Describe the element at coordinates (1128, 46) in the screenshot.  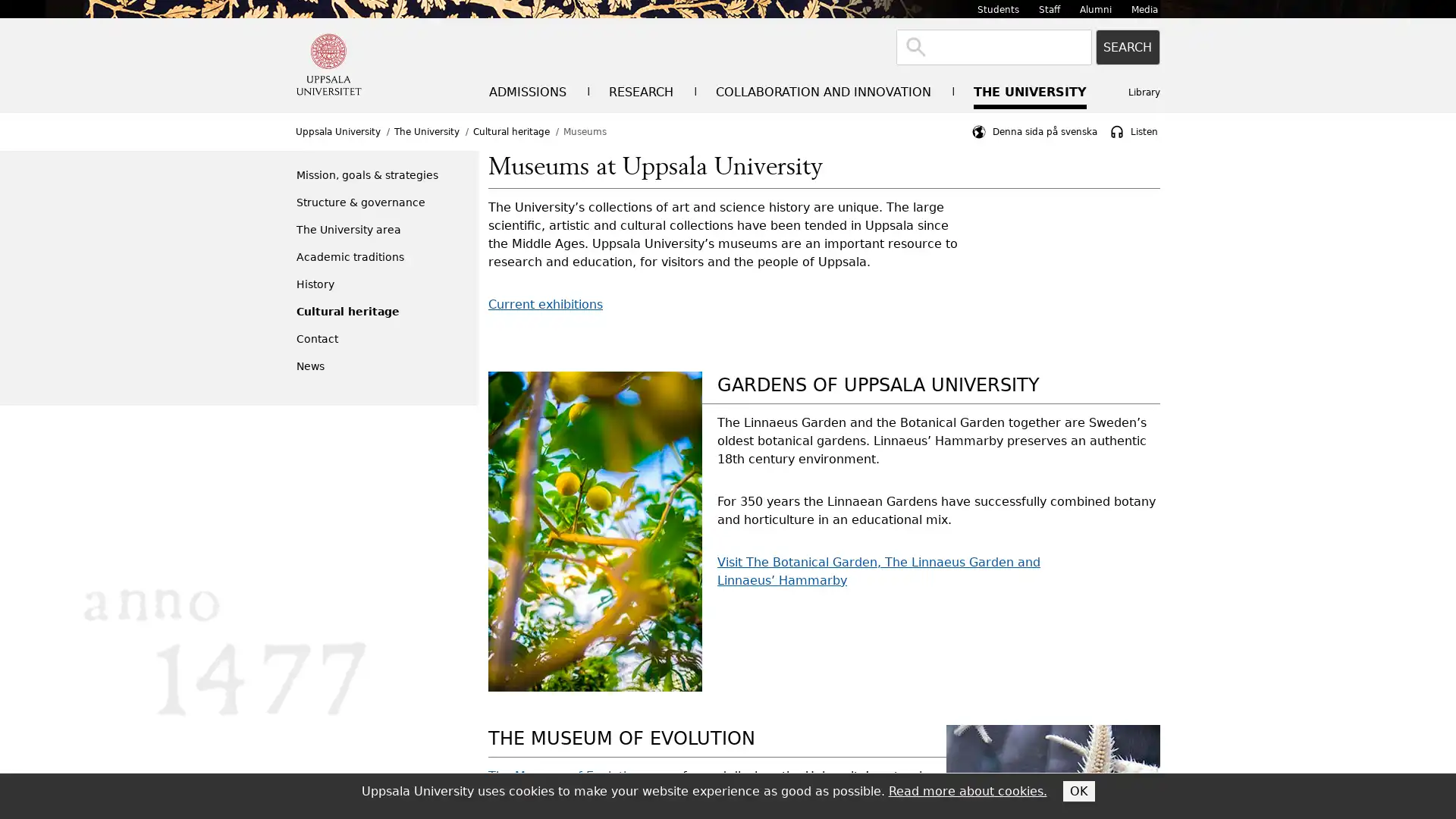
I see `Search` at that location.